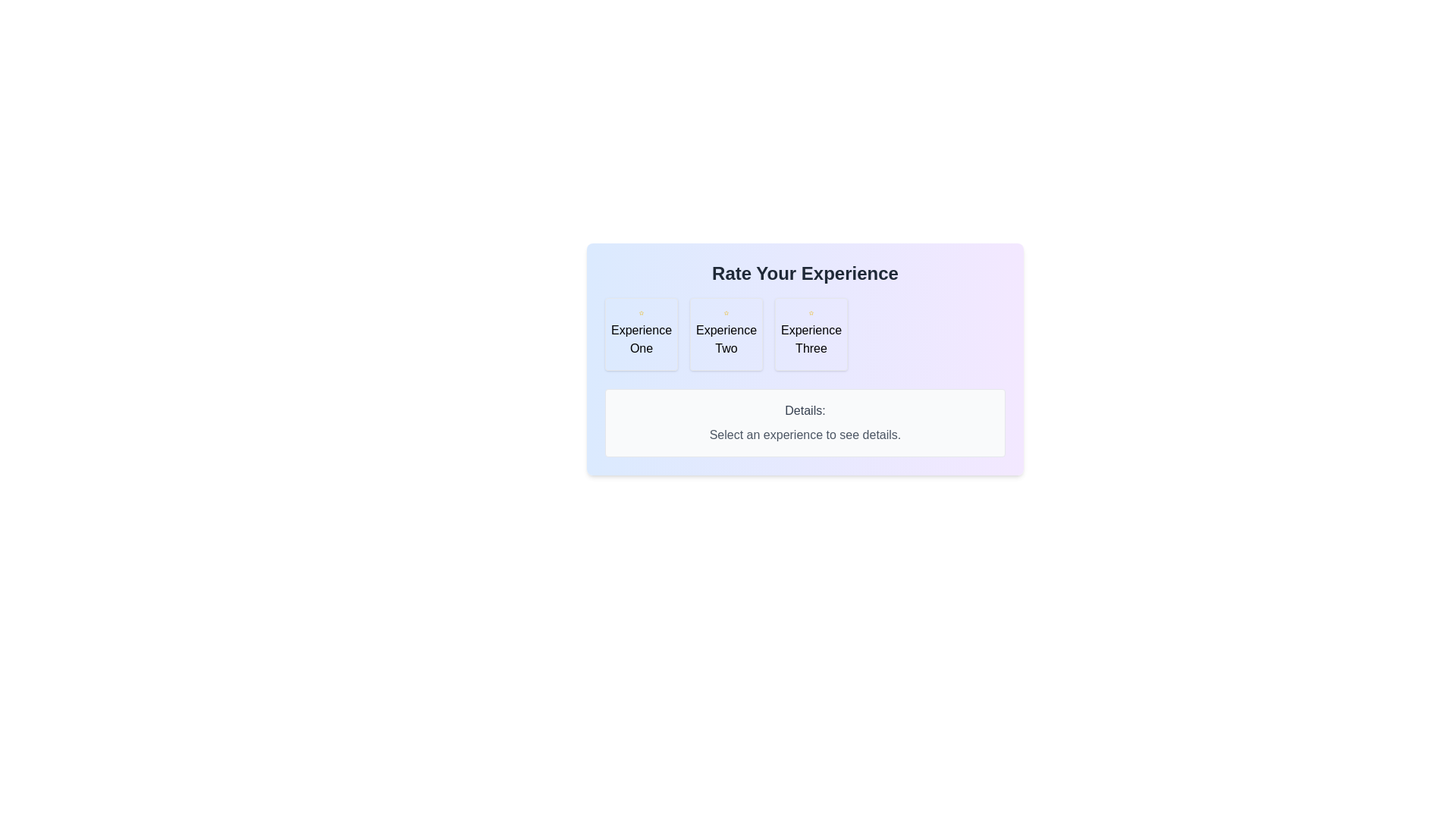  What do you see at coordinates (804, 435) in the screenshot?
I see `the informative text label located in the 'Details:' section, positioned centrally below the experience selection cards` at bounding box center [804, 435].